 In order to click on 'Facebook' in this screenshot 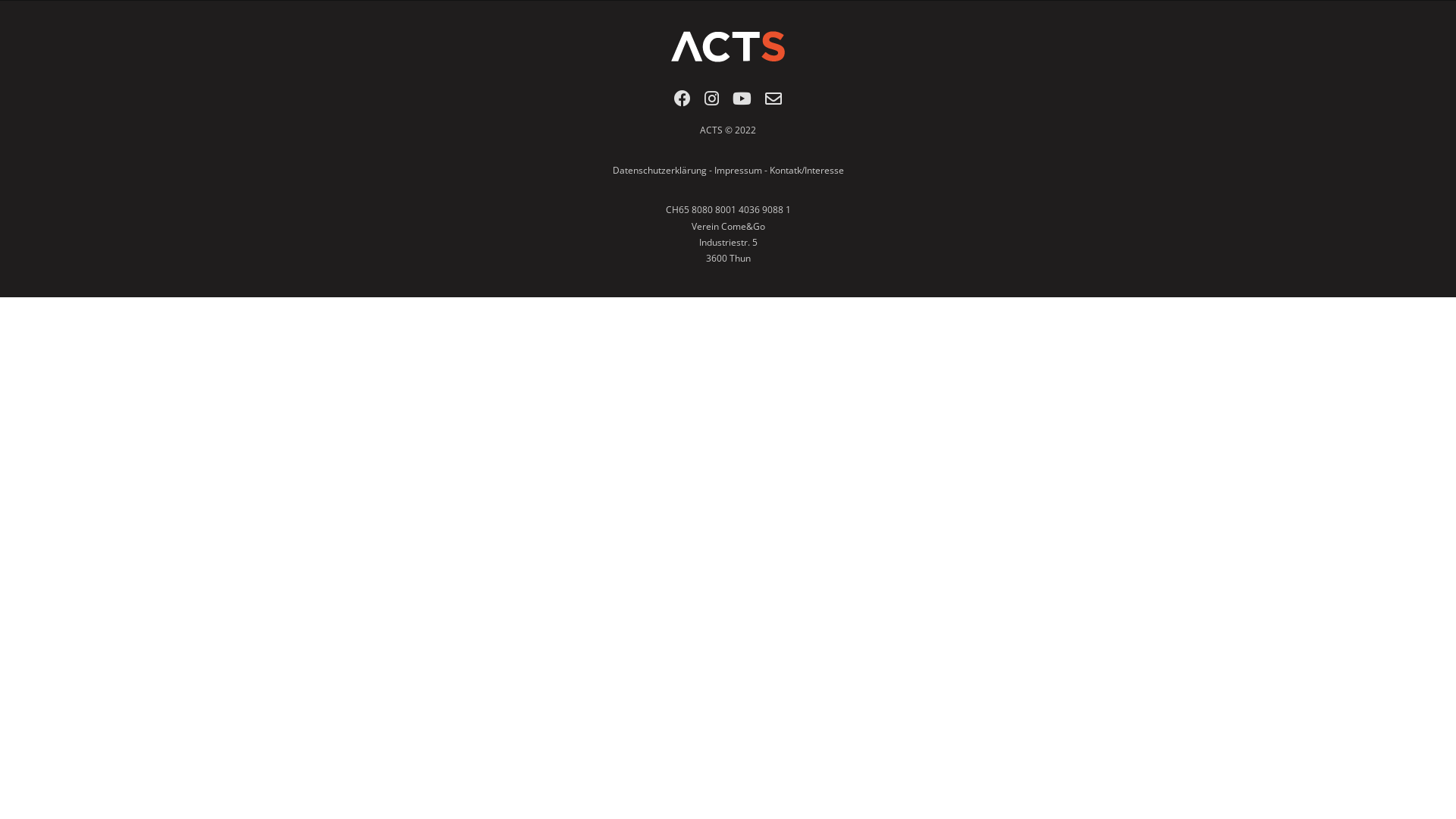, I will do `click(673, 102)`.